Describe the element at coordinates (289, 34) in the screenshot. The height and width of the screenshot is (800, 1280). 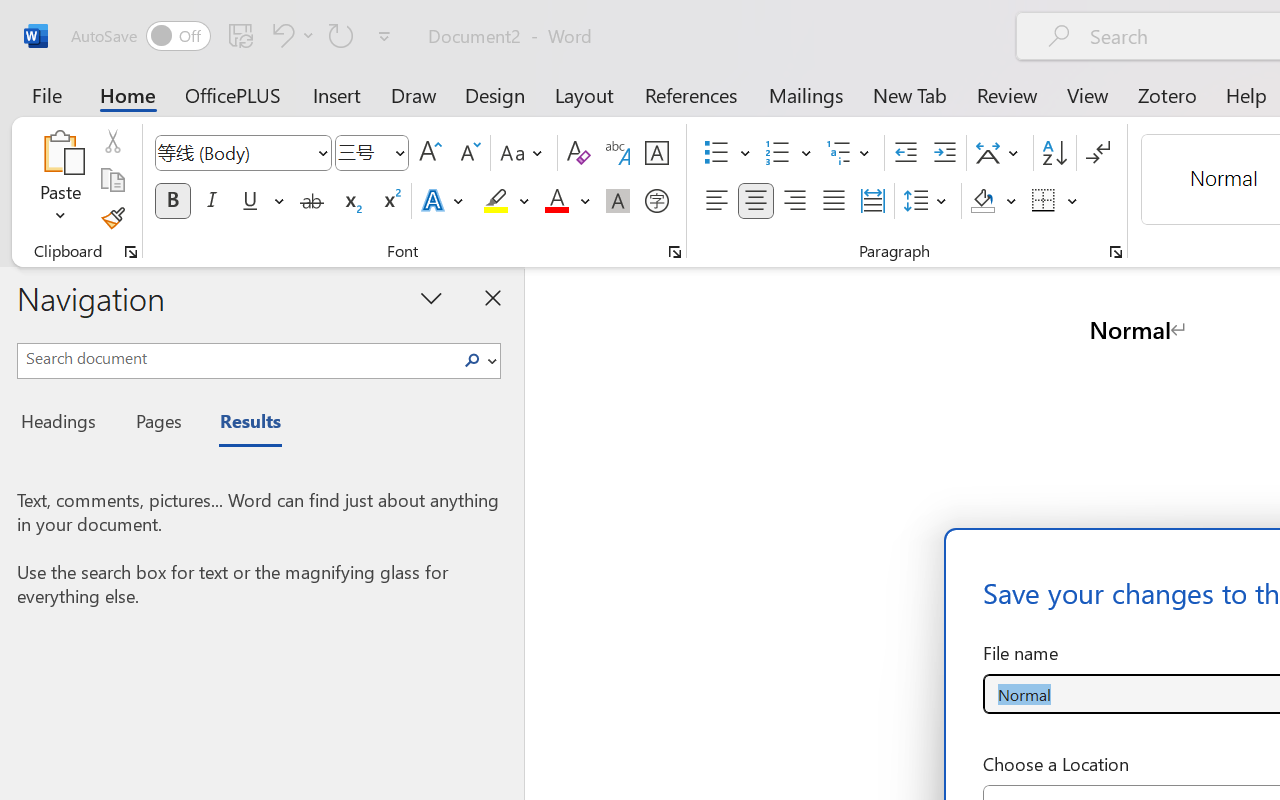
I see `'Undo Style'` at that location.